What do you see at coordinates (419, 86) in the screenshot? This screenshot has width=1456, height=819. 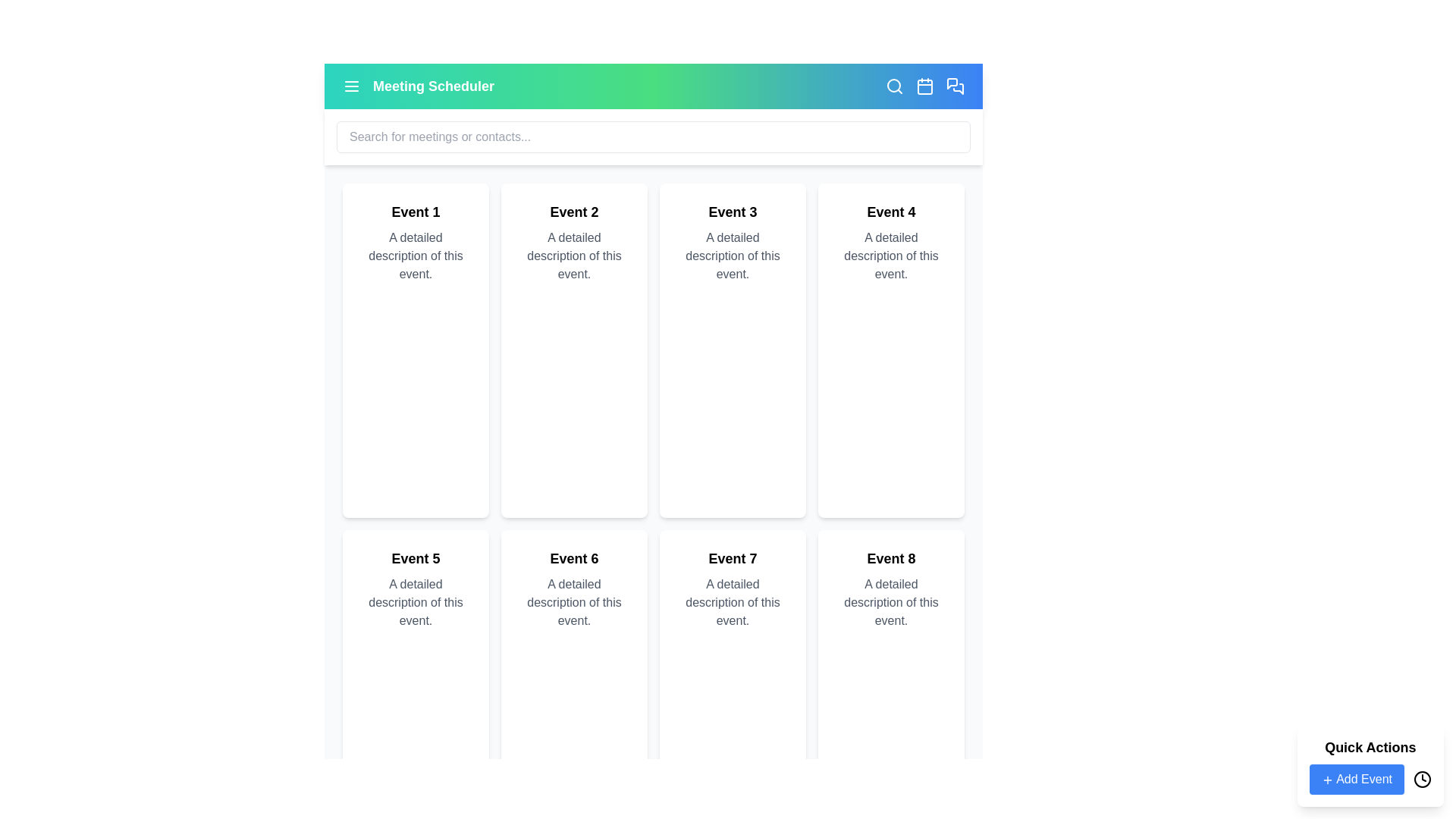 I see `the Label with icon branding component located at the top-left of the page's header area, which serves as the title for the meeting scheduling tool` at bounding box center [419, 86].